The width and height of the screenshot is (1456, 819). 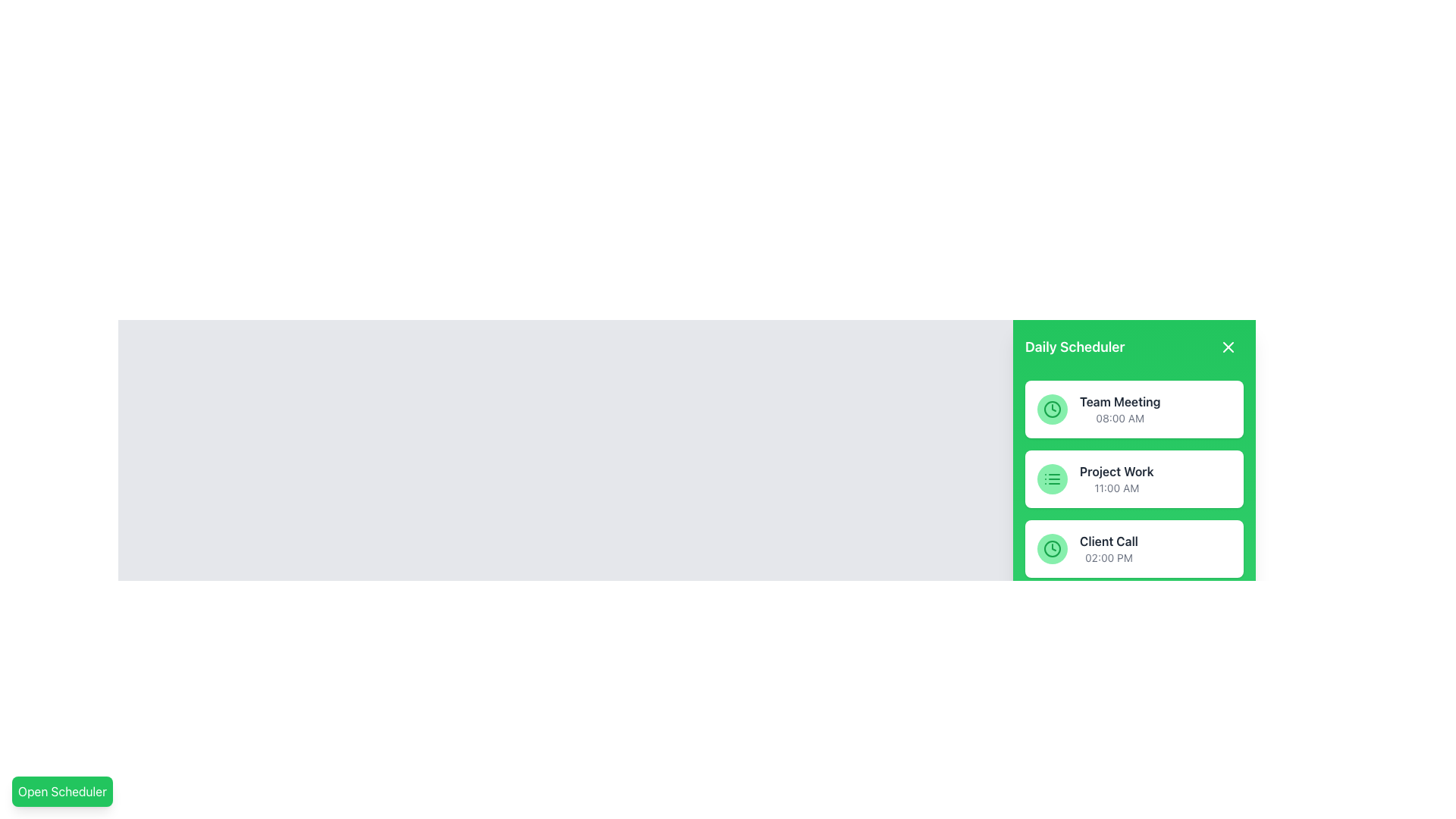 What do you see at coordinates (1116, 479) in the screenshot?
I see `the second item in the daily schedule list, which is located in the green sidebar labeled 'Daily Scheduler'` at bounding box center [1116, 479].